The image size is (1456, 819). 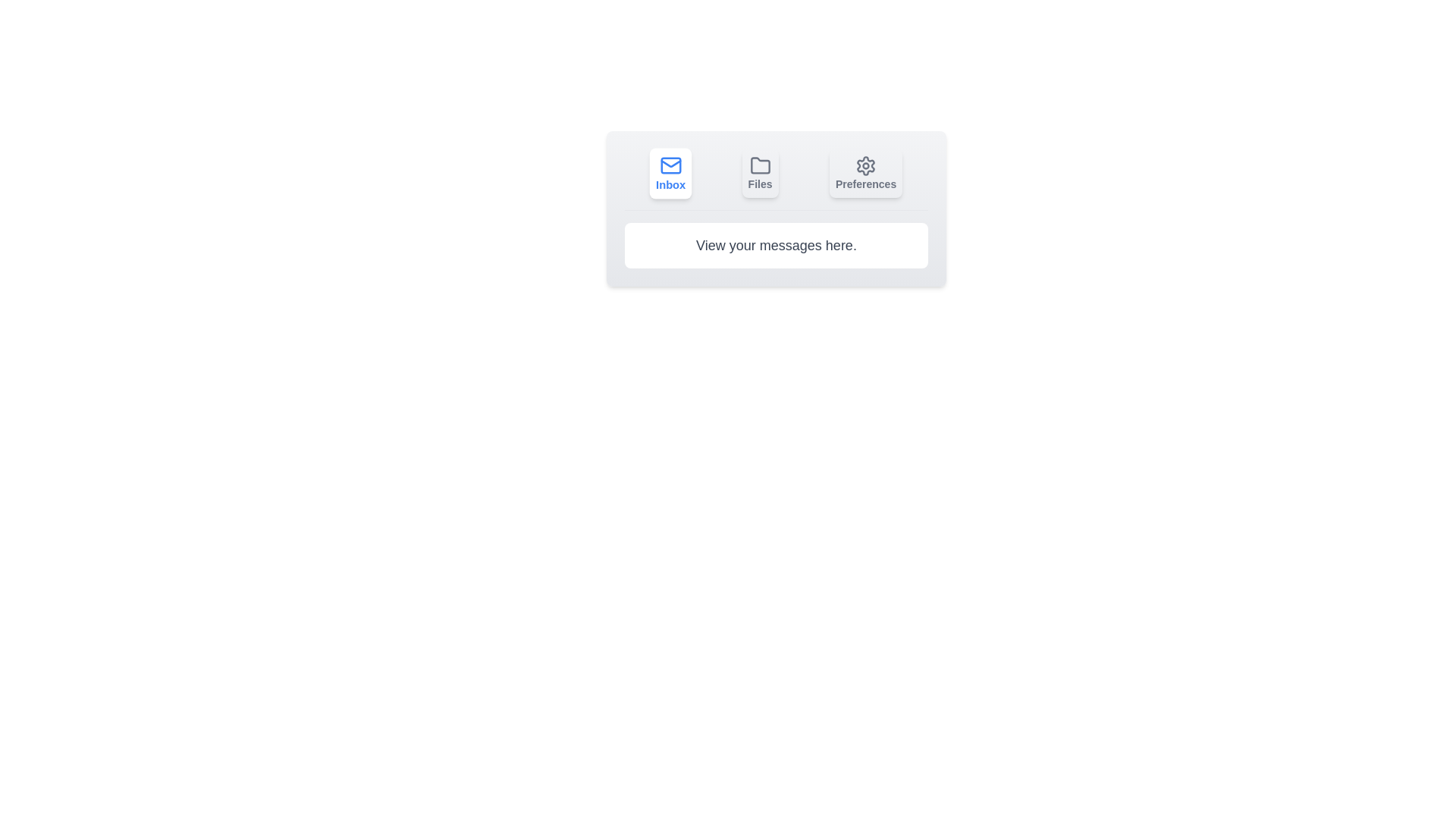 I want to click on the 'Files' button, which is a rounded rectangular button labeled 'Files' with a folder icon above the text, so click(x=760, y=172).